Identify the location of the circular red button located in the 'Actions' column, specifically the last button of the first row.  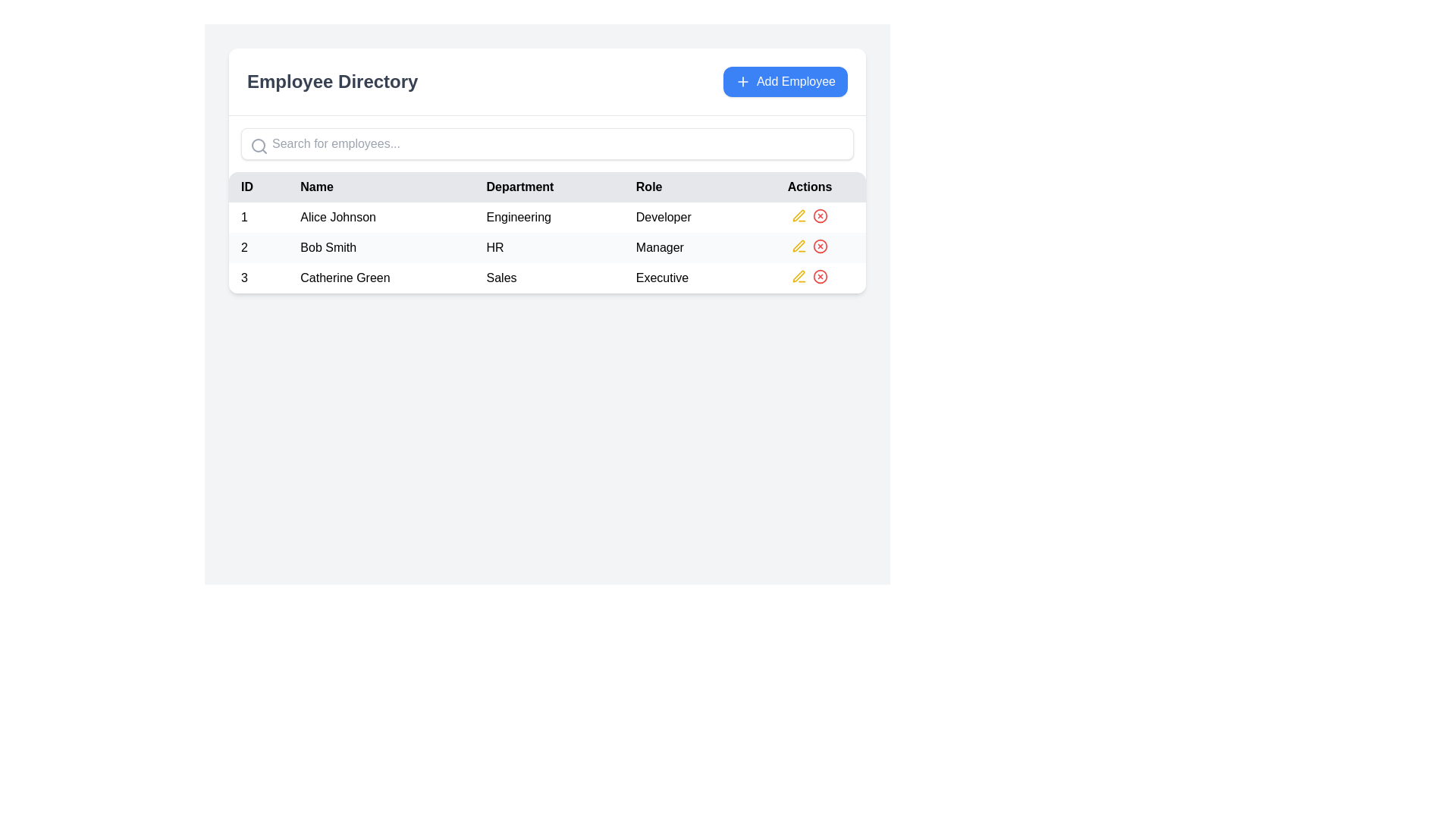
(819, 216).